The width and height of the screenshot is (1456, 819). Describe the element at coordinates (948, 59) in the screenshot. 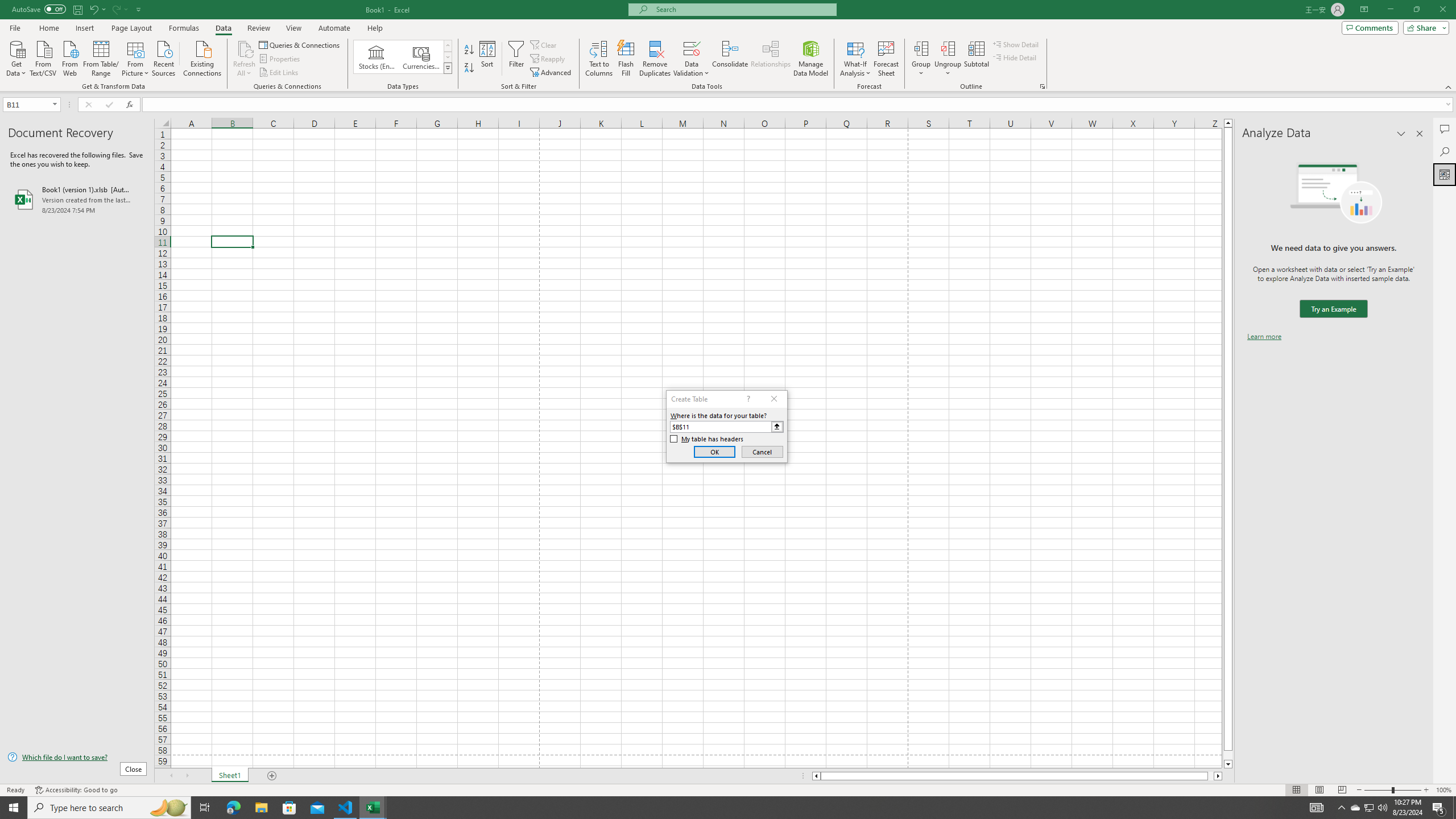

I see `'Ungroup...'` at that location.